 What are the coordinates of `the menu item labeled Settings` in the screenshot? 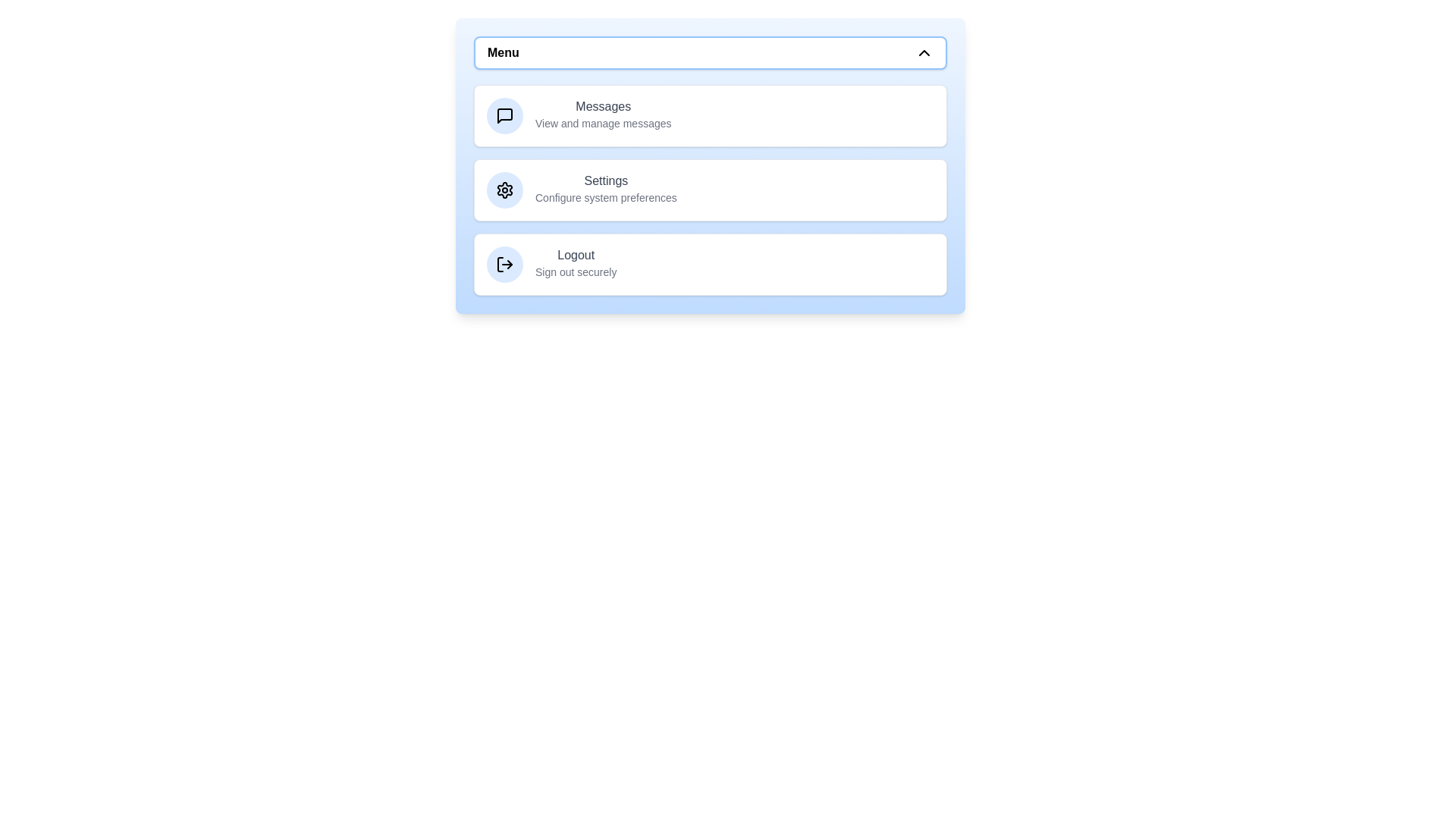 It's located at (709, 189).